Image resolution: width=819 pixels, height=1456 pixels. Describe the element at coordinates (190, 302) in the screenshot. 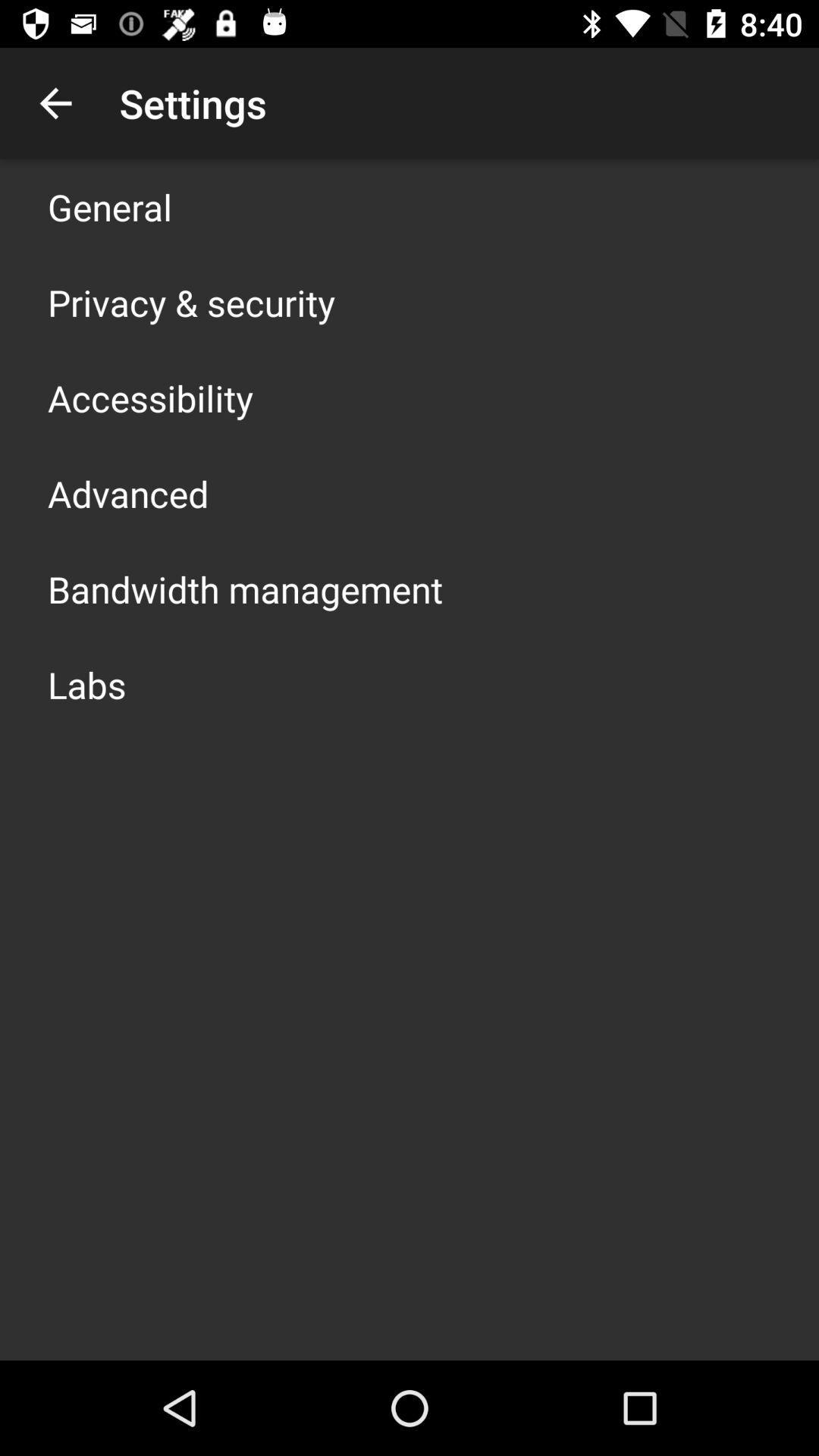

I see `item below general icon` at that location.